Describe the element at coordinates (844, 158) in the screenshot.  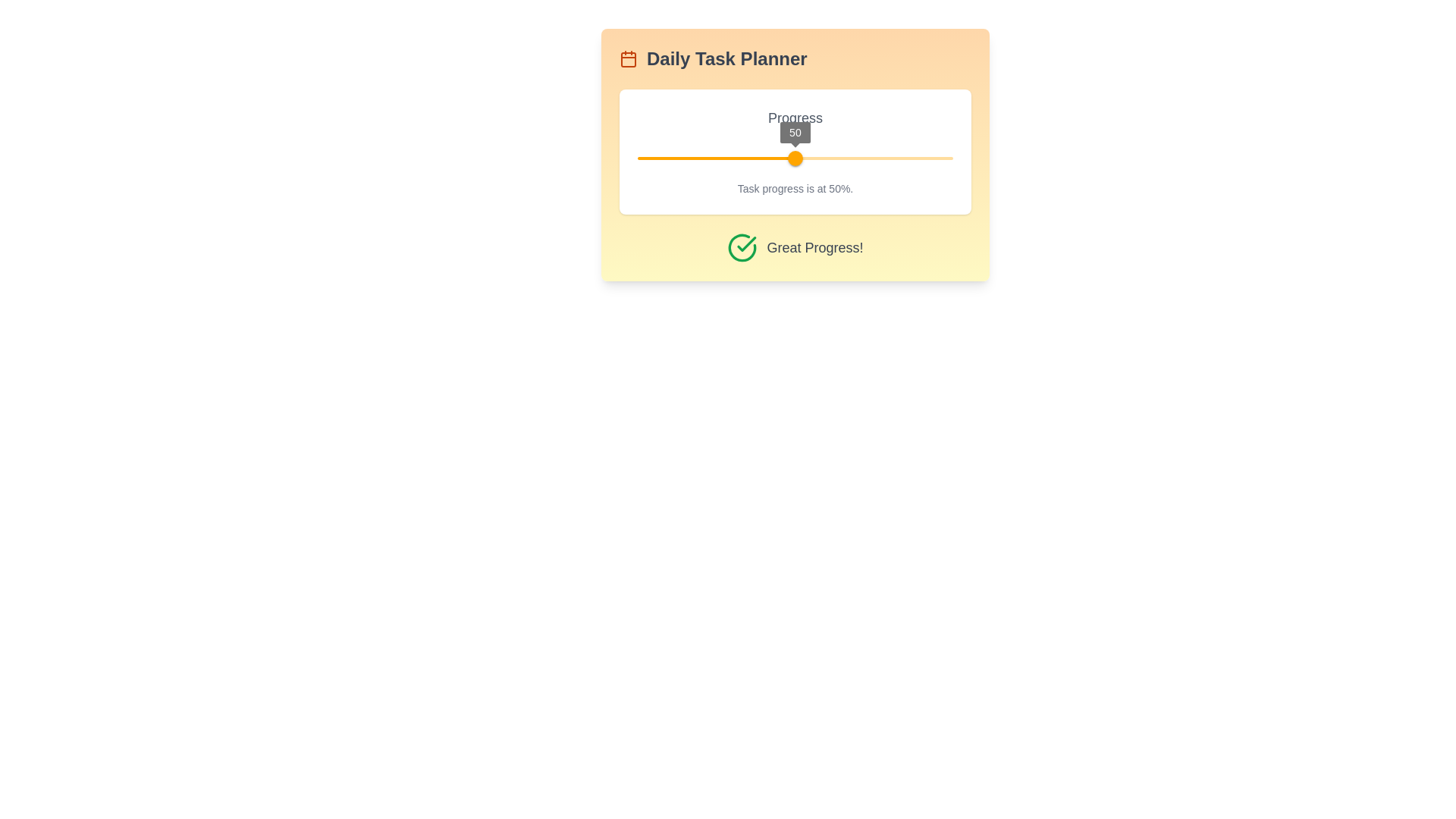
I see `the progress value` at that location.